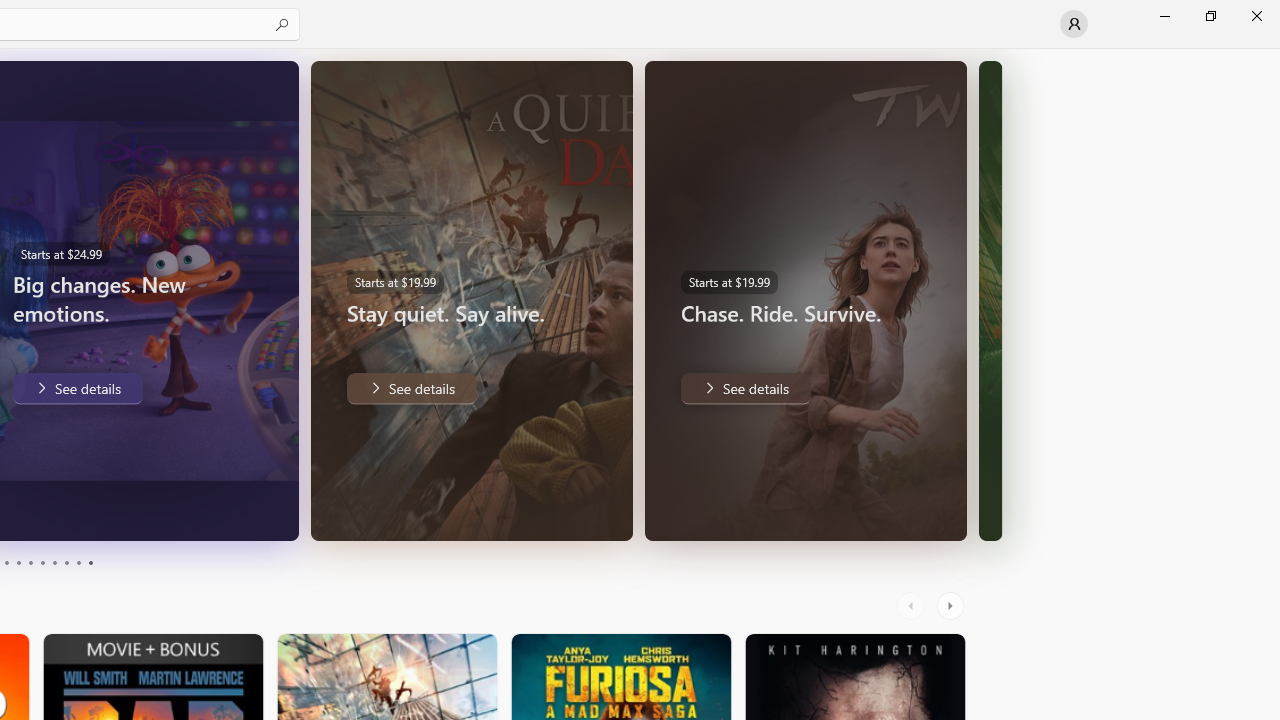  Describe the element at coordinates (17, 563) in the screenshot. I see `'Page 4'` at that location.